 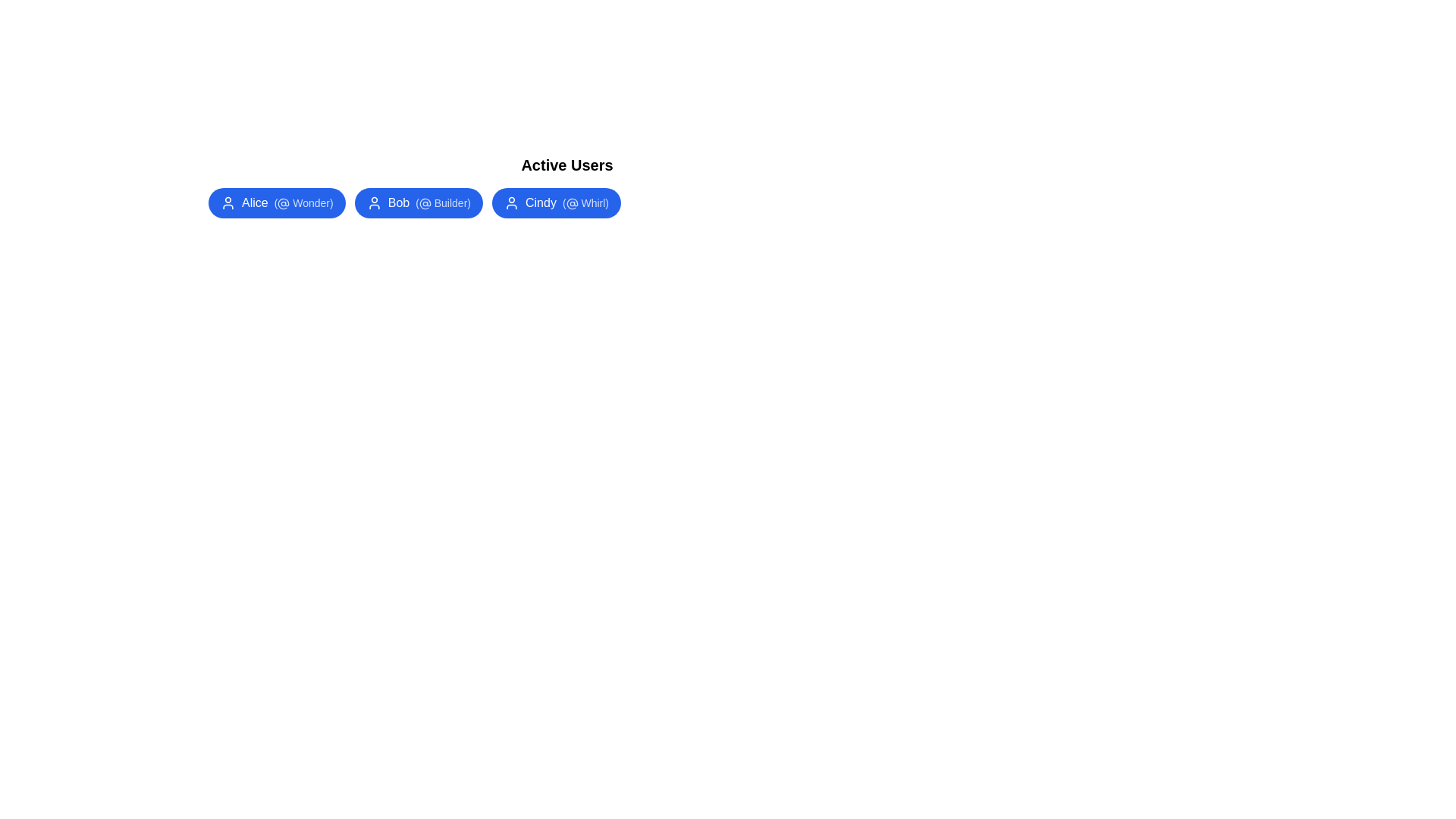 What do you see at coordinates (276, 202) in the screenshot?
I see `the chip representing Alice` at bounding box center [276, 202].